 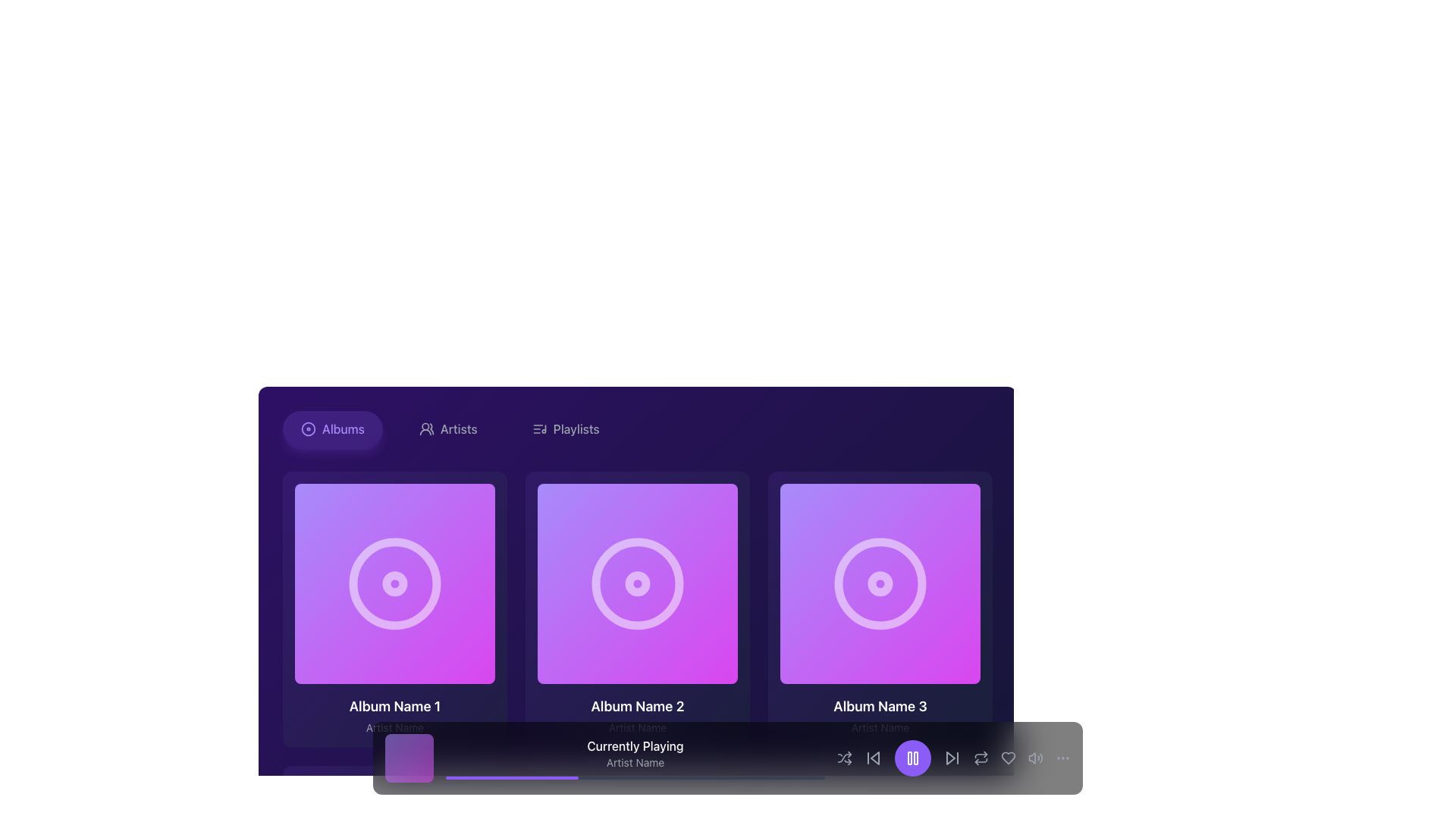 What do you see at coordinates (576, 429) in the screenshot?
I see `the 'Playlists' text label in the top-right section of the navigation bar, which indicates the section's purpose for navigation` at bounding box center [576, 429].